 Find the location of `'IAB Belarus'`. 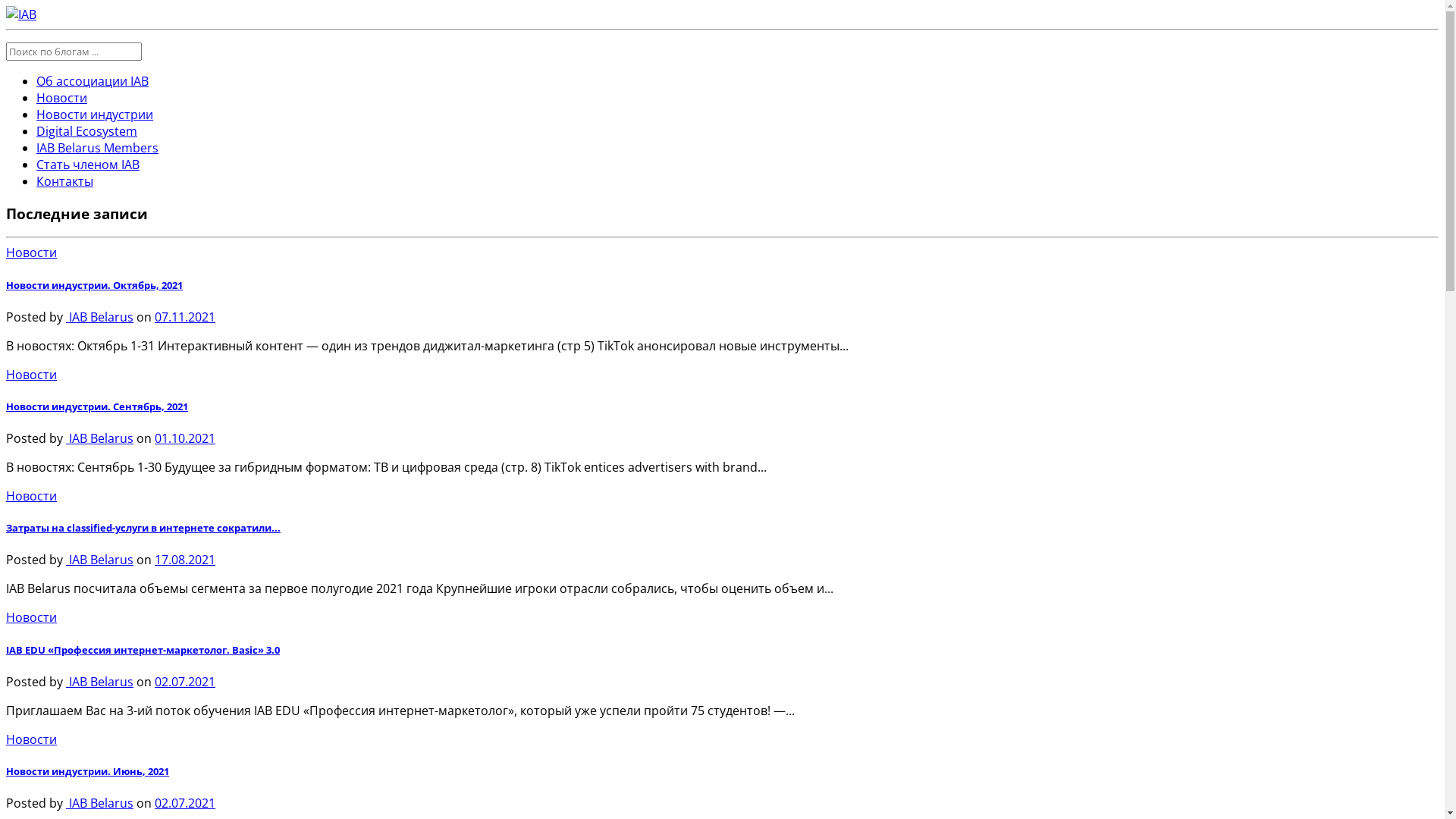

'IAB Belarus' is located at coordinates (64, 315).